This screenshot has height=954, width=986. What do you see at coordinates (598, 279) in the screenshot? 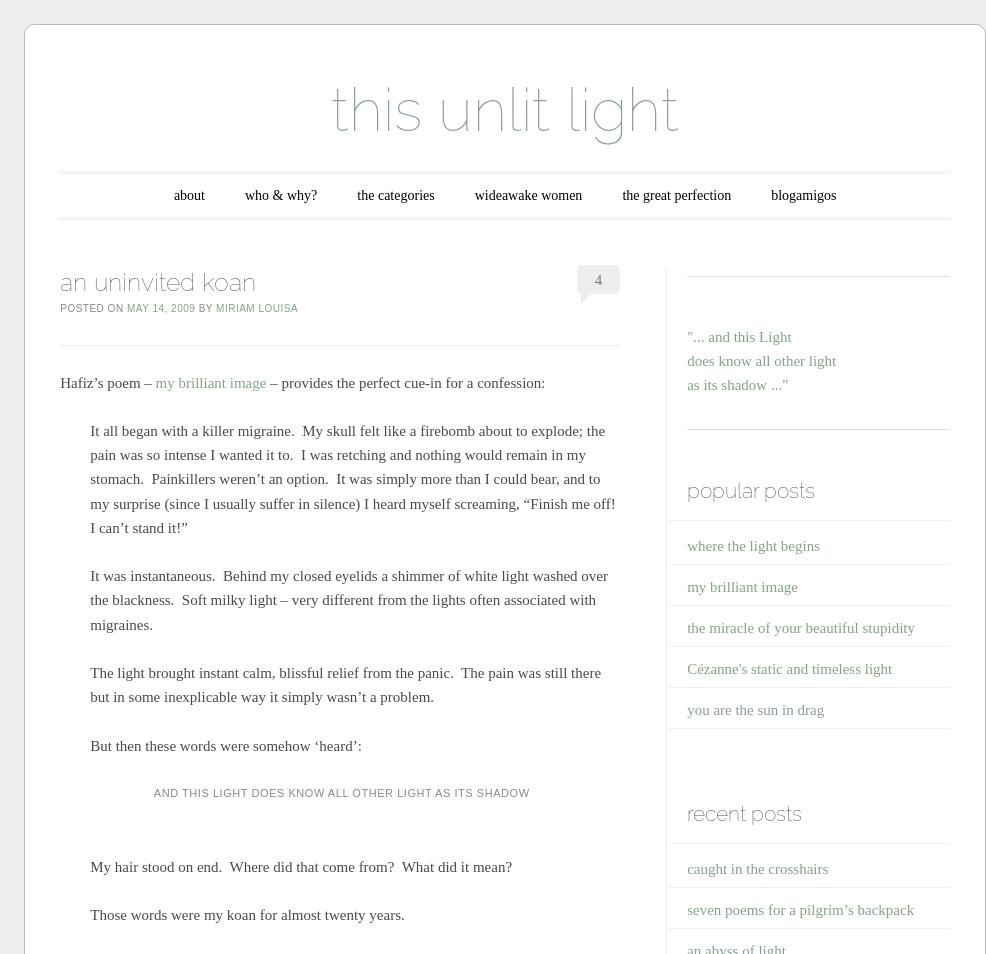
I see `'4'` at bounding box center [598, 279].